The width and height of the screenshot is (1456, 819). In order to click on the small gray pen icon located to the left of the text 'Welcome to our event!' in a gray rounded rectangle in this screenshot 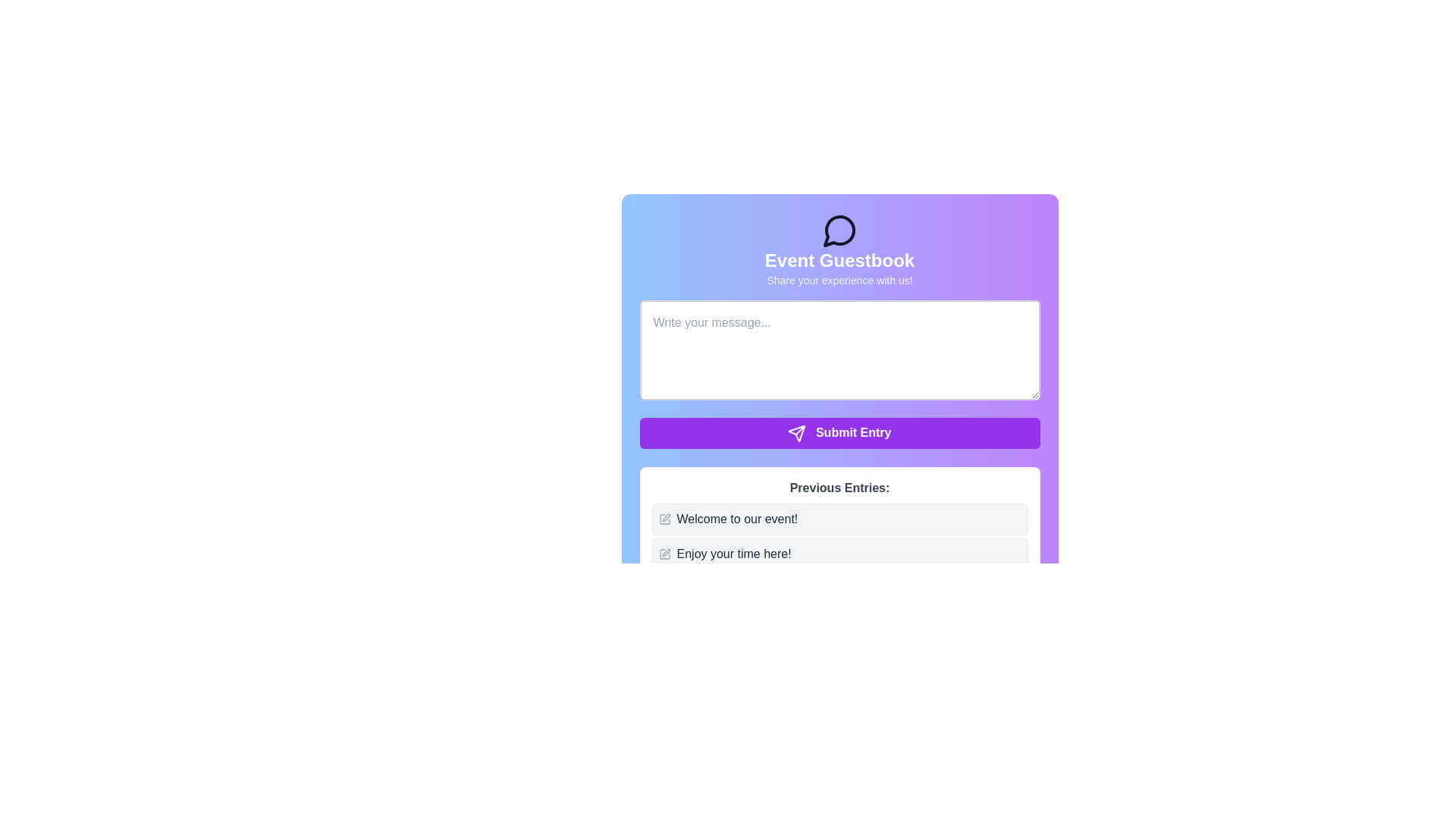, I will do `click(664, 518)`.